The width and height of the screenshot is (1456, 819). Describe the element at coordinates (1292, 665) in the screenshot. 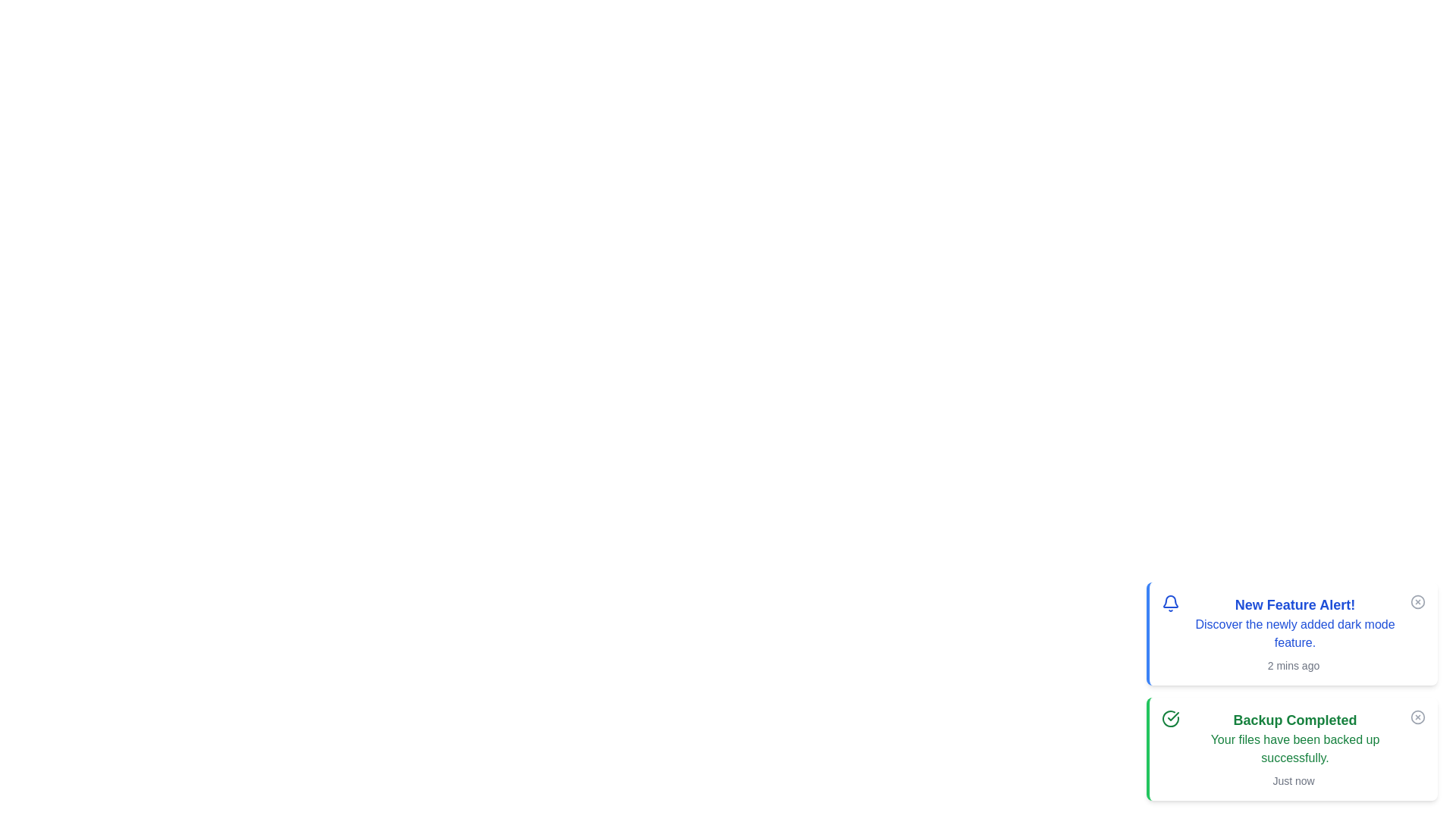

I see `the timestamp of the alert labeled 'New Feature Alert!'` at that location.